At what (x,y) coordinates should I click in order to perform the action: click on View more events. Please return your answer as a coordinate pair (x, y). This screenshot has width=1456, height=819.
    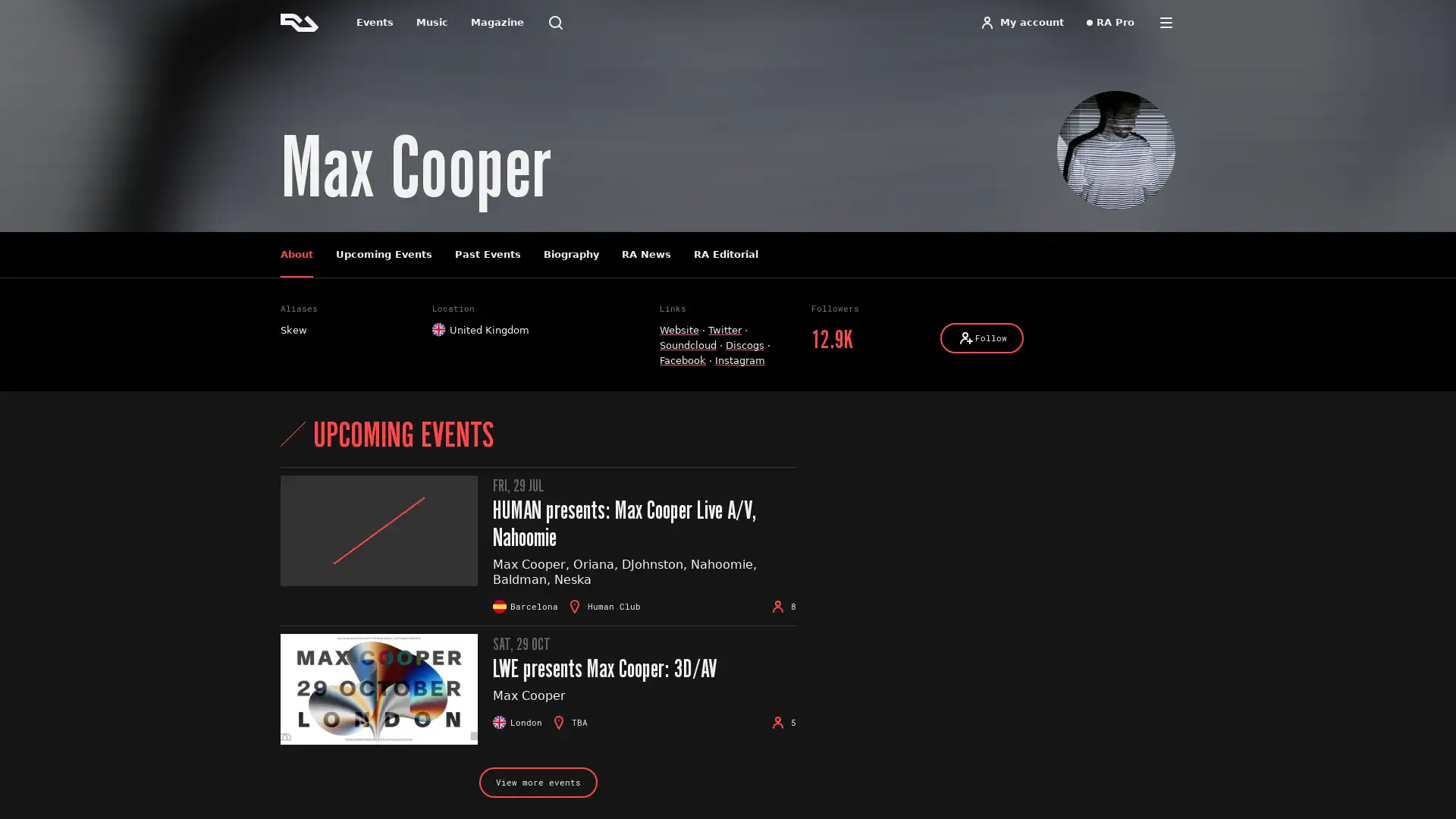
    Looking at the image, I should click on (538, 781).